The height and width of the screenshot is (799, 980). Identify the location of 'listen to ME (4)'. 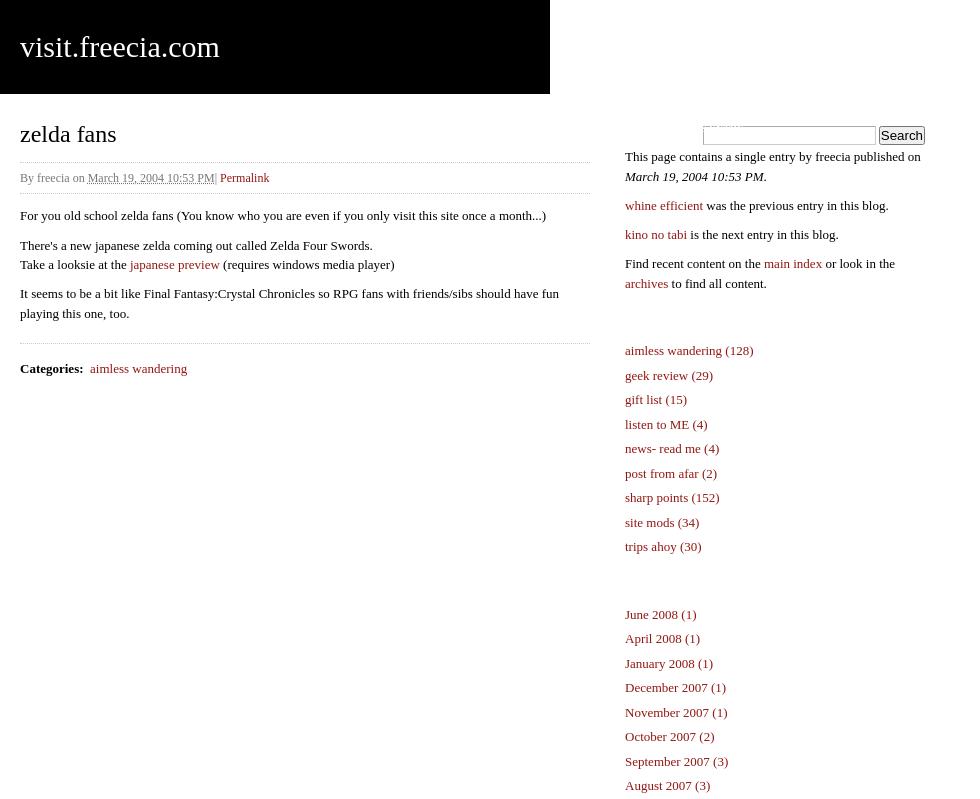
(666, 422).